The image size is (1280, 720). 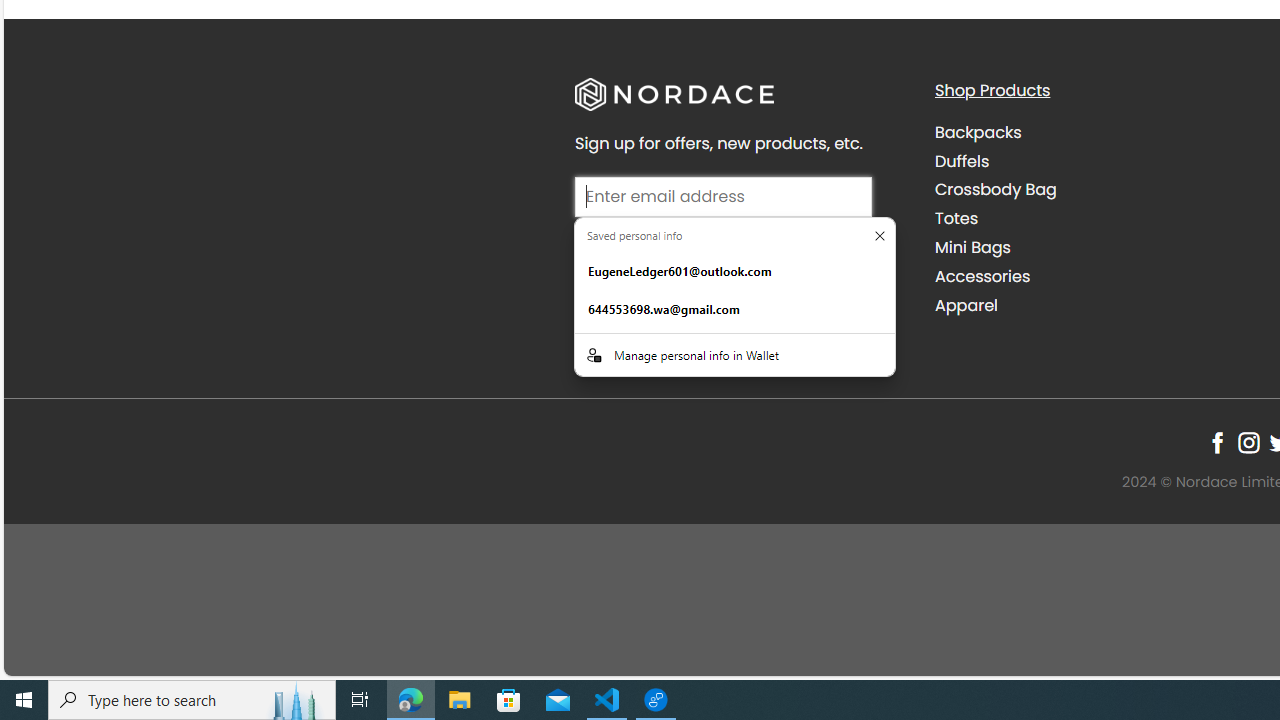 I want to click on 'AutomationID: input_4_1', so click(x=722, y=196).